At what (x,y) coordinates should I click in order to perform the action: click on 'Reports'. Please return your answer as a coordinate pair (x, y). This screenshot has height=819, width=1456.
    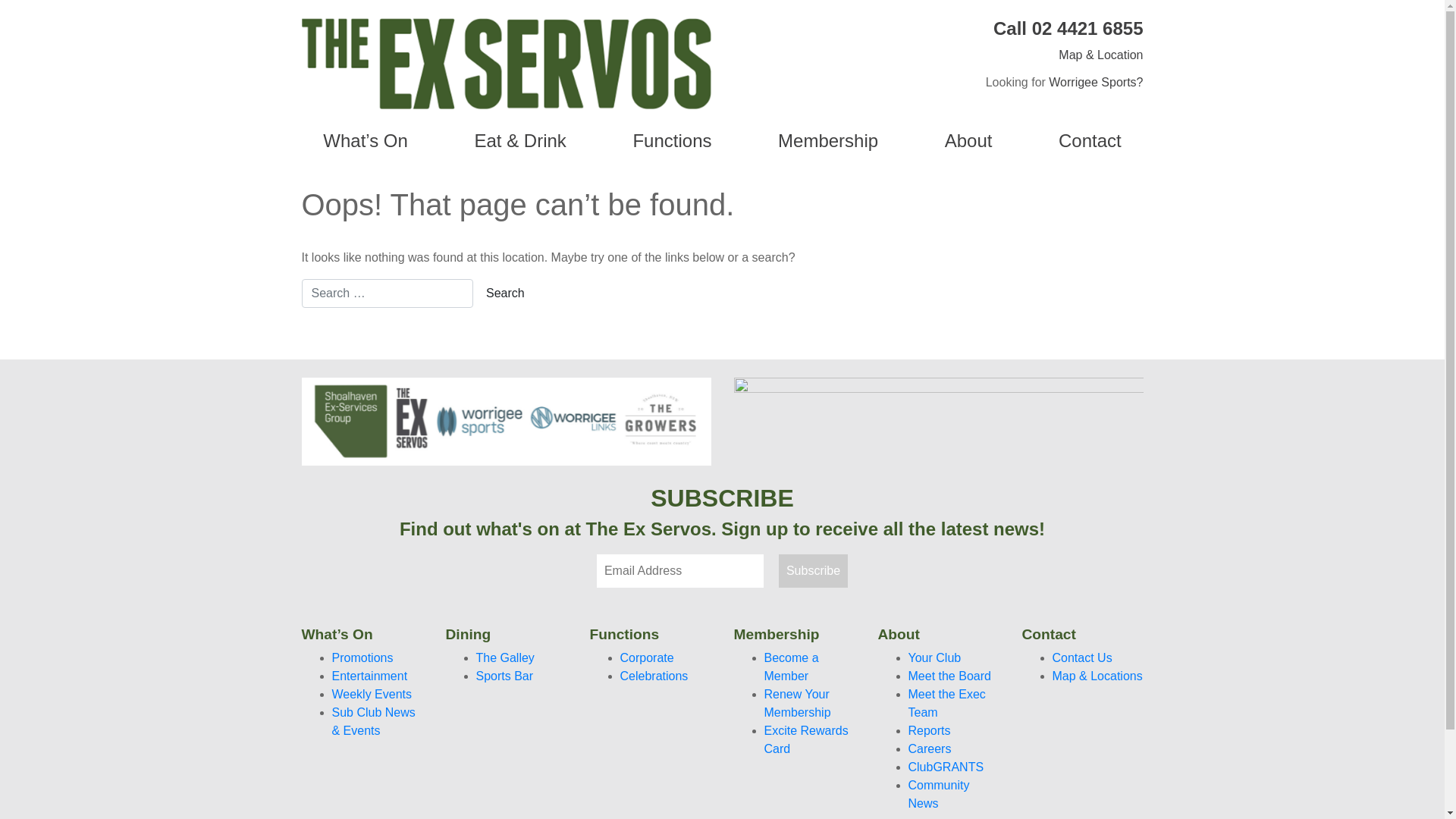
    Looking at the image, I should click on (928, 730).